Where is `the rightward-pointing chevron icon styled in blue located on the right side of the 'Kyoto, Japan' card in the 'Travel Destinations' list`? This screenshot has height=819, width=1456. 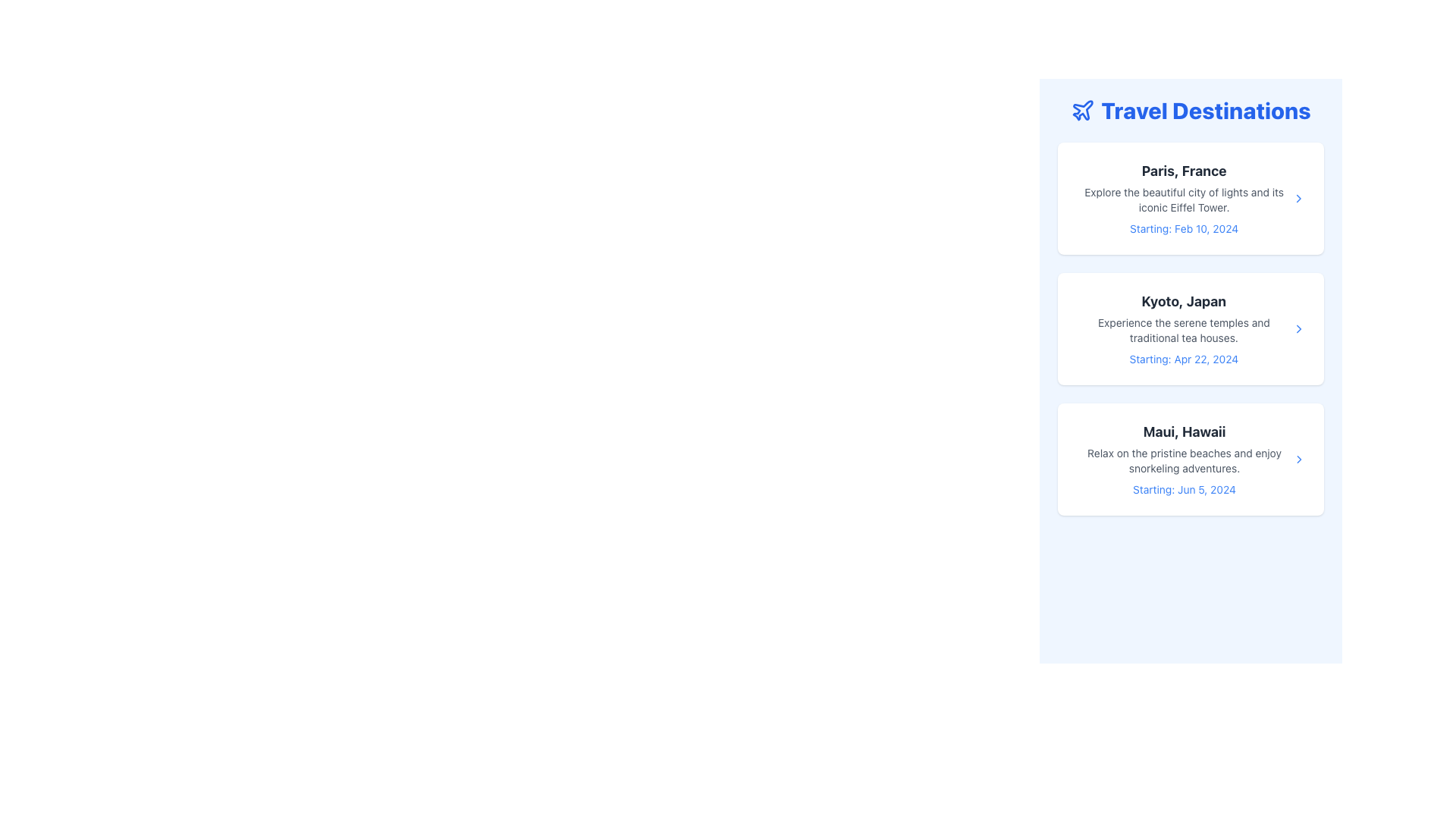 the rightward-pointing chevron icon styled in blue located on the right side of the 'Kyoto, Japan' card in the 'Travel Destinations' list is located at coordinates (1298, 328).